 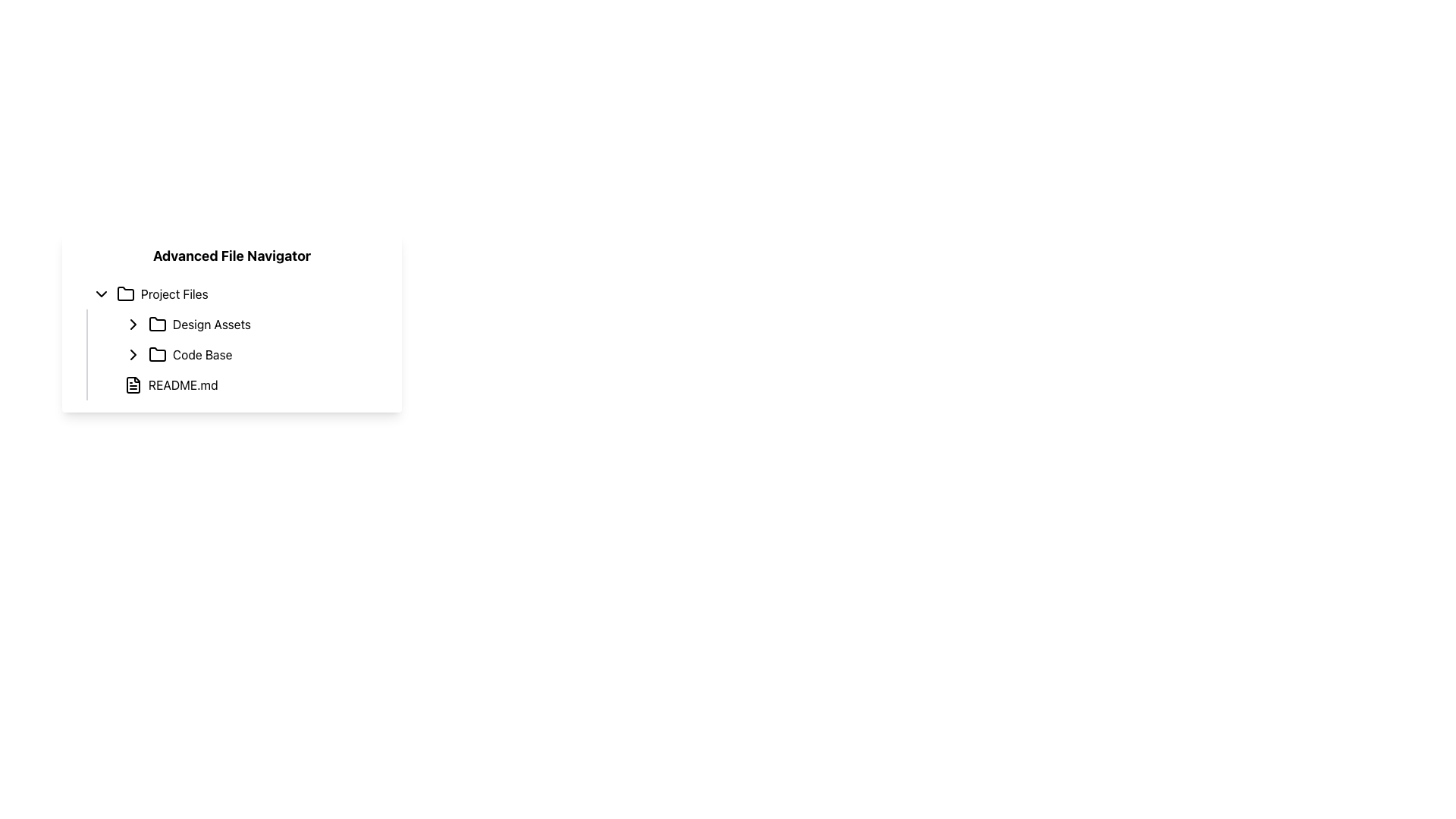 I want to click on the navigational list item representing the folder or directory named 'Design Assets' in the file explorer, so click(x=247, y=324).